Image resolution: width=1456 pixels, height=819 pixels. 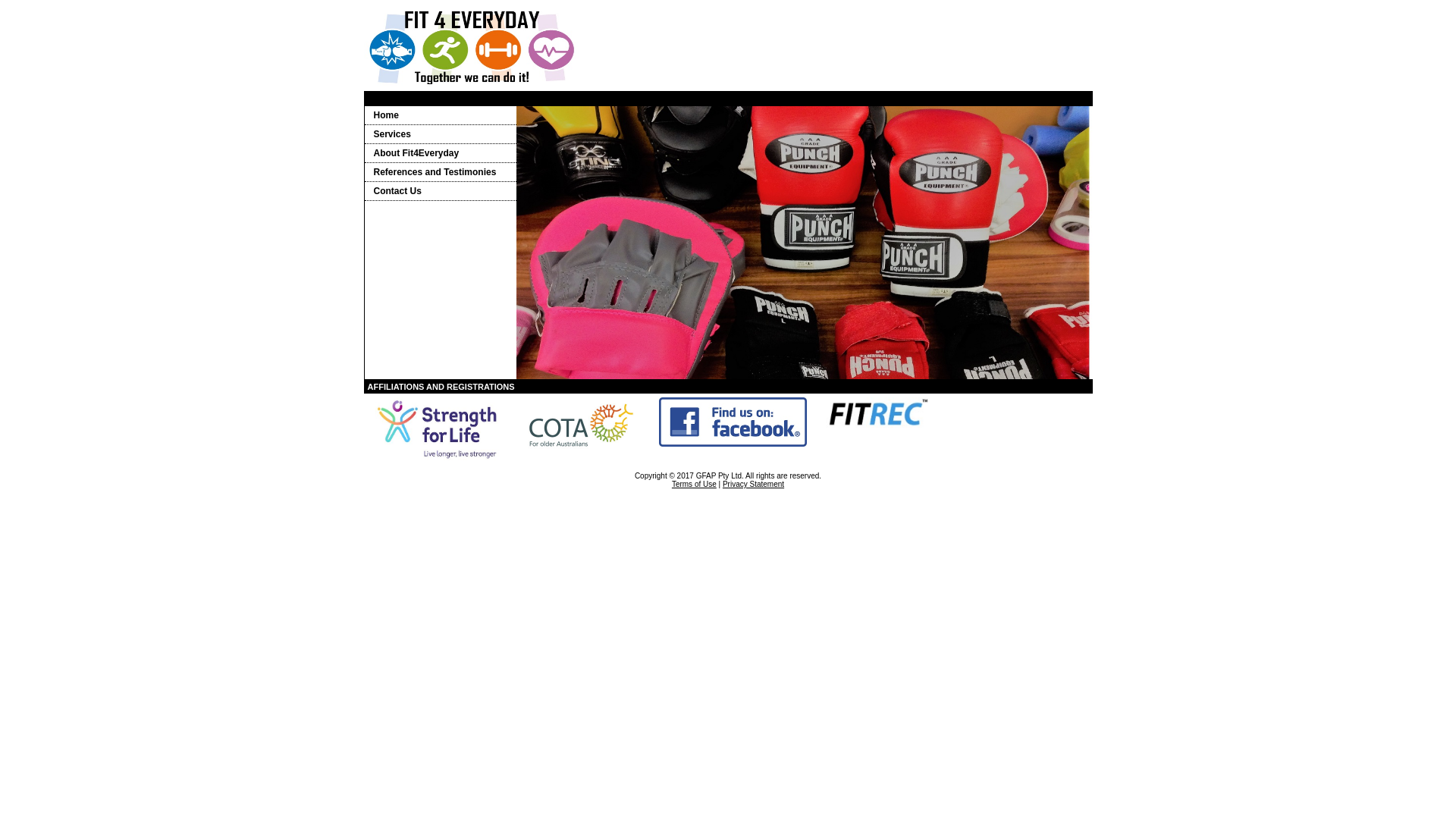 I want to click on 'Privacy Statement', so click(x=753, y=484).